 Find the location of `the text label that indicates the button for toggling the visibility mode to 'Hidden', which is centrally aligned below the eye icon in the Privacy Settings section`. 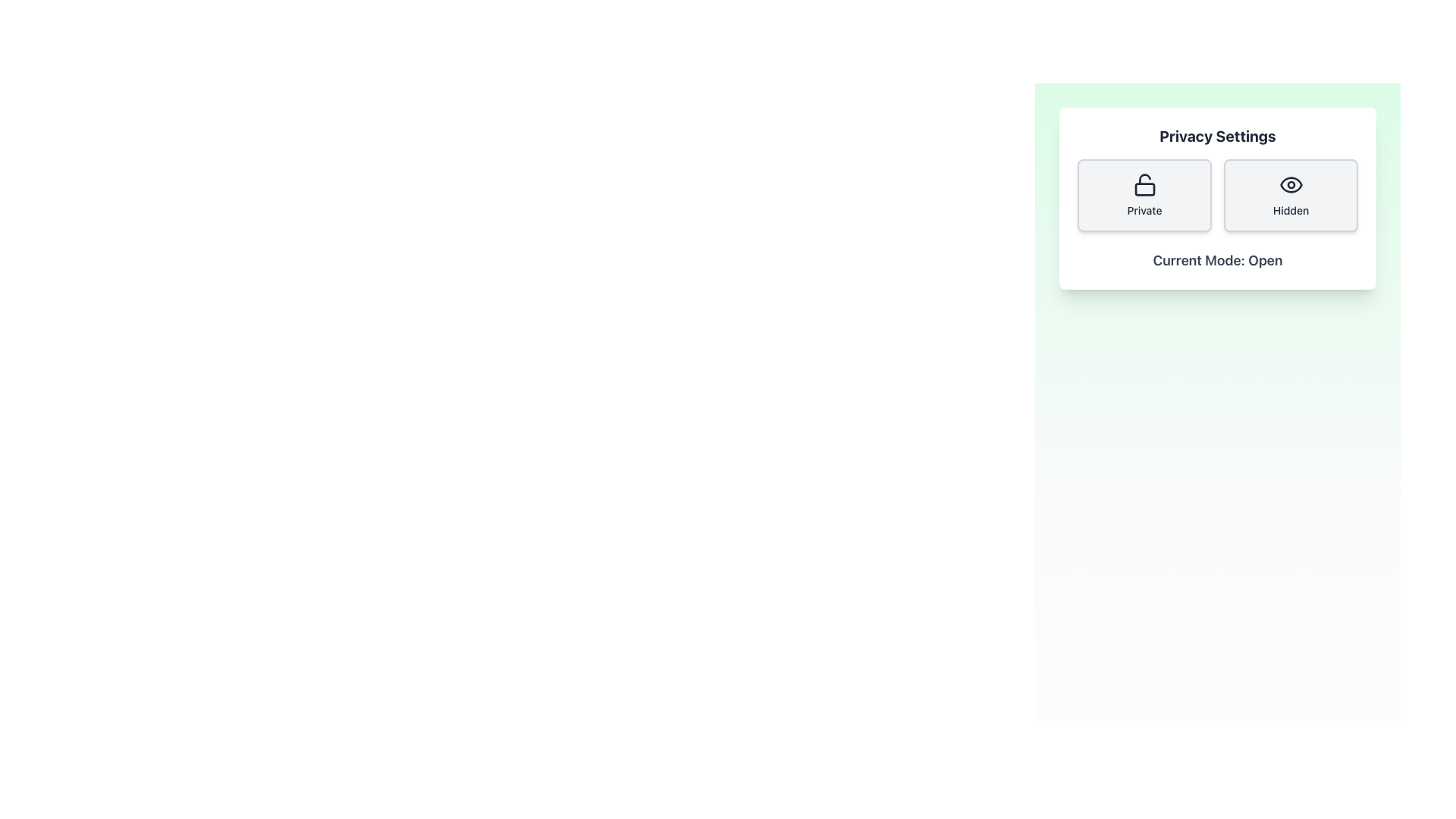

the text label that indicates the button for toggling the visibility mode to 'Hidden', which is centrally aligned below the eye icon in the Privacy Settings section is located at coordinates (1290, 210).